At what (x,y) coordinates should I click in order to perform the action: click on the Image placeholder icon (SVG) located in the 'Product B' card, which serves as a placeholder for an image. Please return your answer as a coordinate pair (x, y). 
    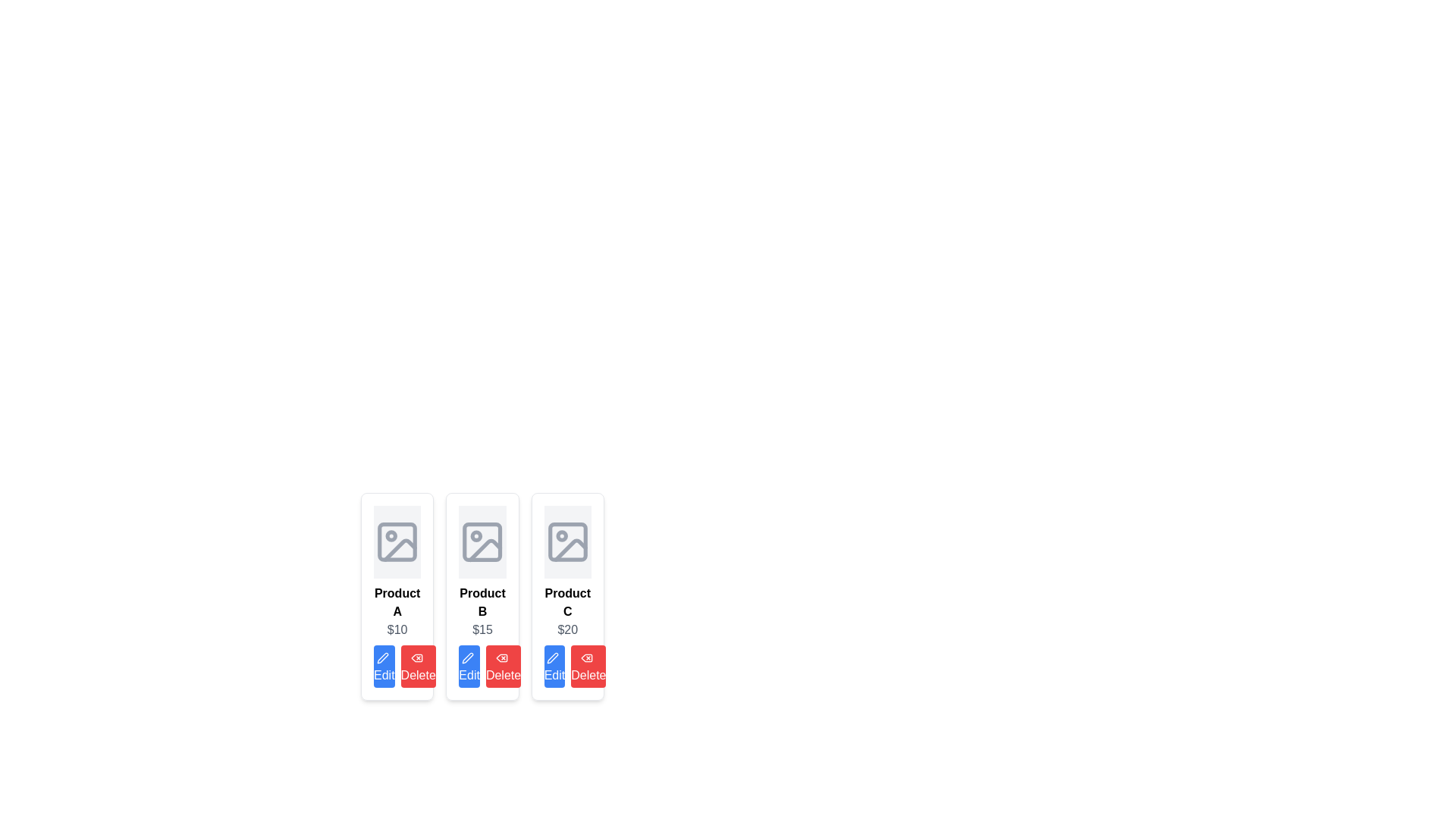
    Looking at the image, I should click on (482, 541).